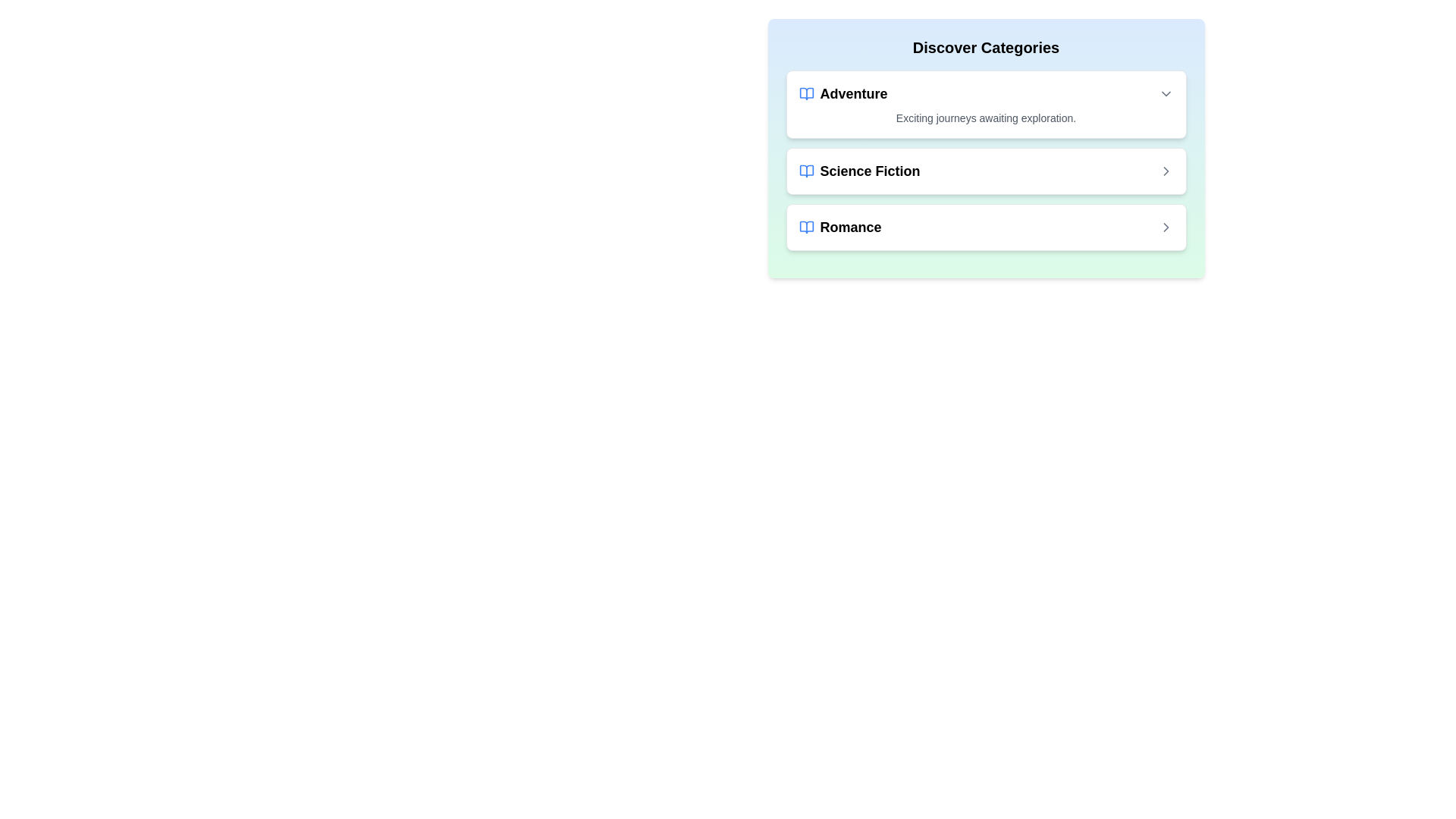  Describe the element at coordinates (986, 104) in the screenshot. I see `the category Adventure to see the hover effect` at that location.